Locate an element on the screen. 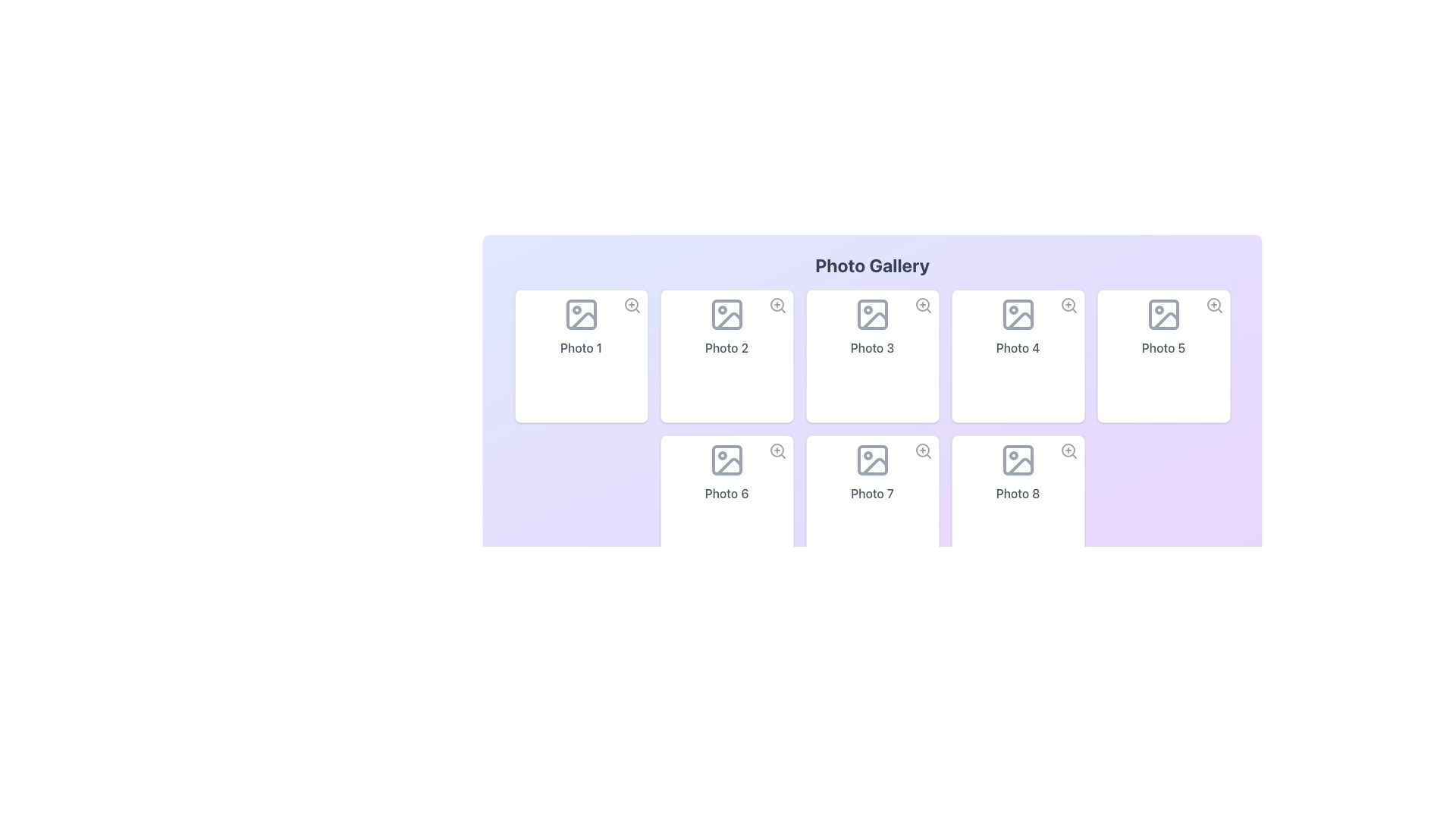 Image resolution: width=1456 pixels, height=819 pixels. the text label displaying 'Photo 4' in medium gray font, located in the top row, fourth position of the photo gallery grid is located at coordinates (1018, 348).